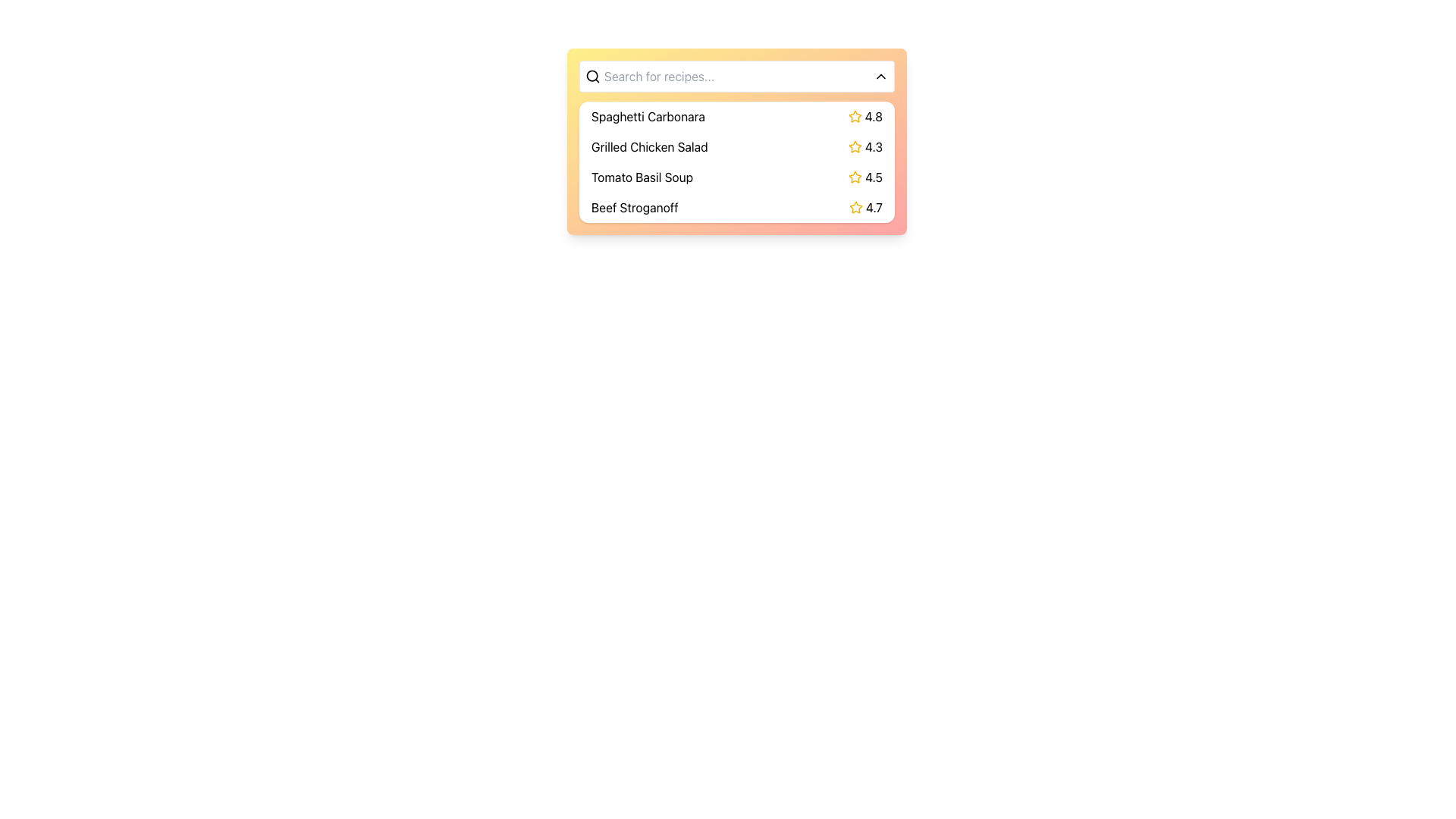  What do you see at coordinates (855, 207) in the screenshot?
I see `the fourth star icon representing the rating for 'Beef Stroganoff' in the dropdown interface` at bounding box center [855, 207].